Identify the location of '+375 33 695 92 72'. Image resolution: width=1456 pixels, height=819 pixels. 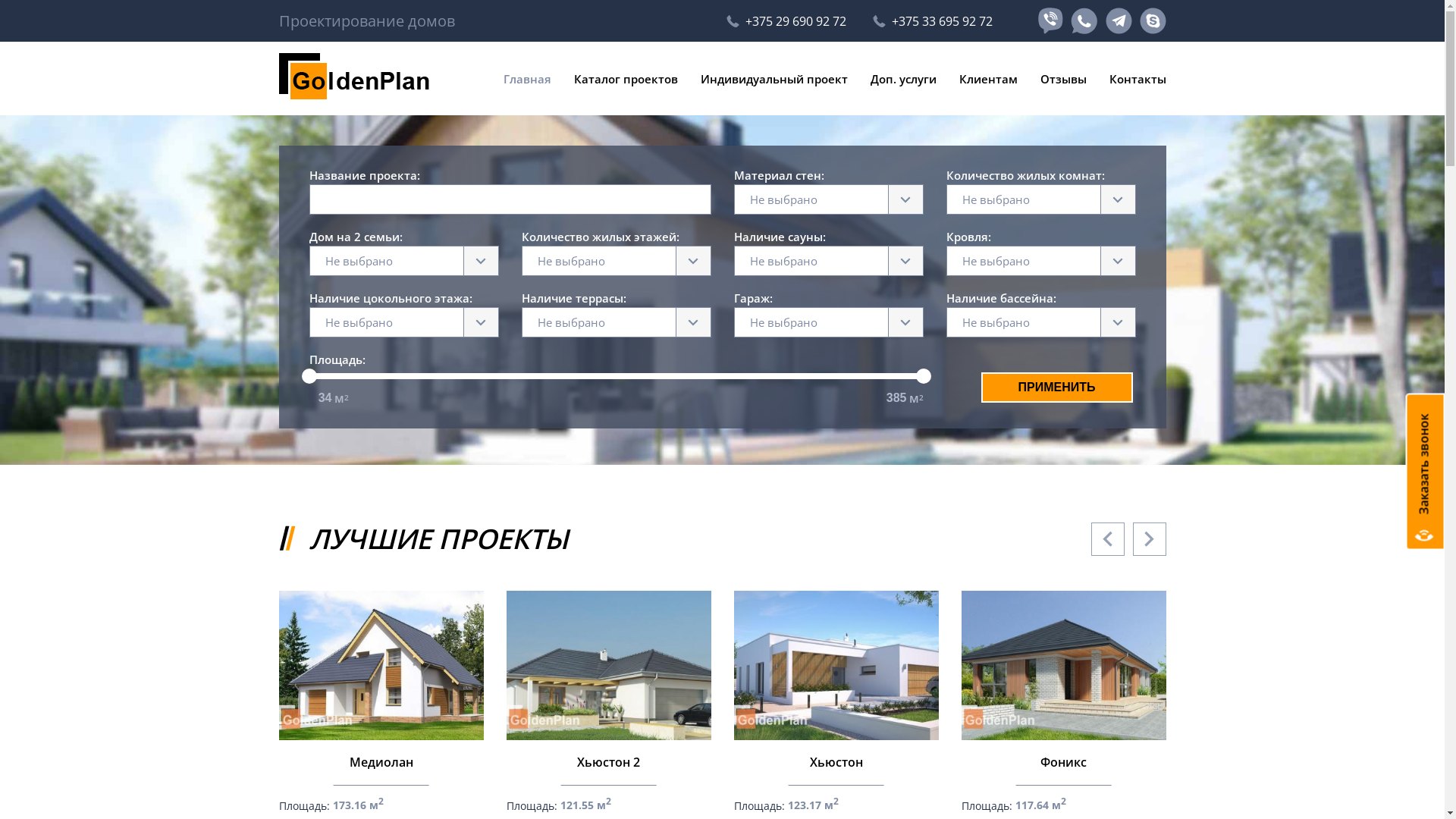
(930, 20).